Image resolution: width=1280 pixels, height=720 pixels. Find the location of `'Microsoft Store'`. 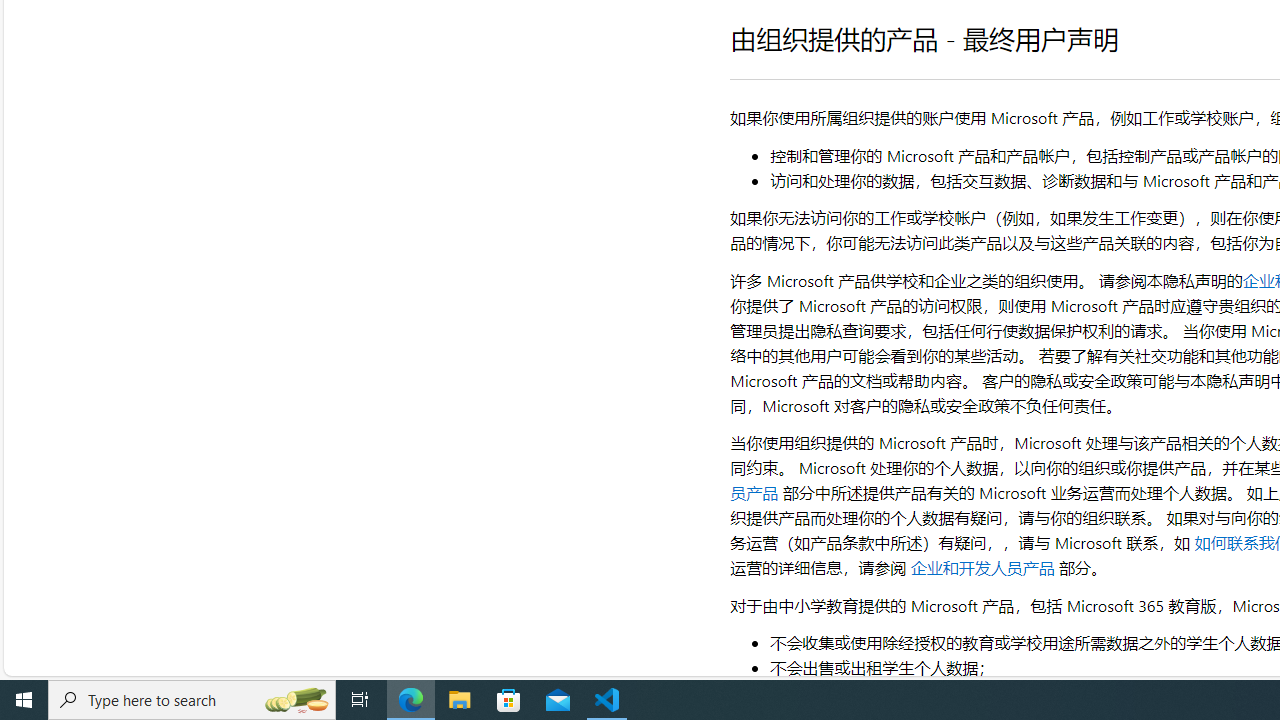

'Microsoft Store' is located at coordinates (509, 698).